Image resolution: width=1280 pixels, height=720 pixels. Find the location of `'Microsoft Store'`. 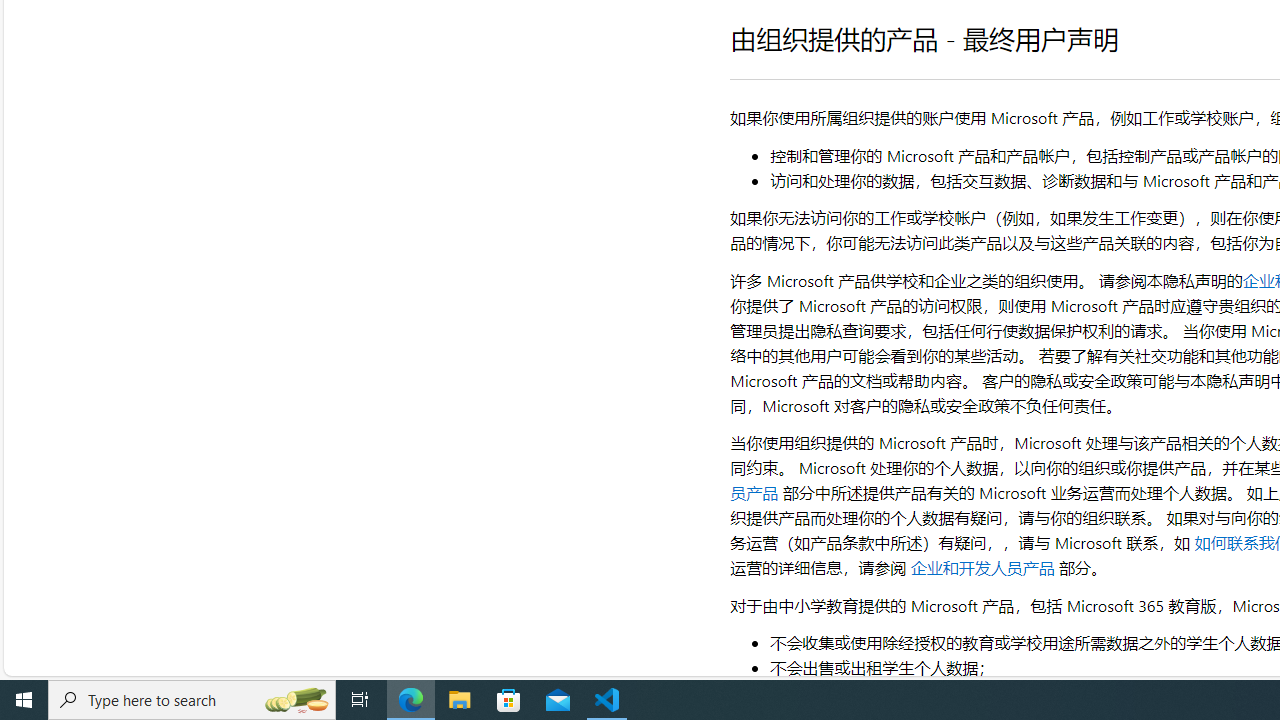

'Microsoft Store' is located at coordinates (509, 698).